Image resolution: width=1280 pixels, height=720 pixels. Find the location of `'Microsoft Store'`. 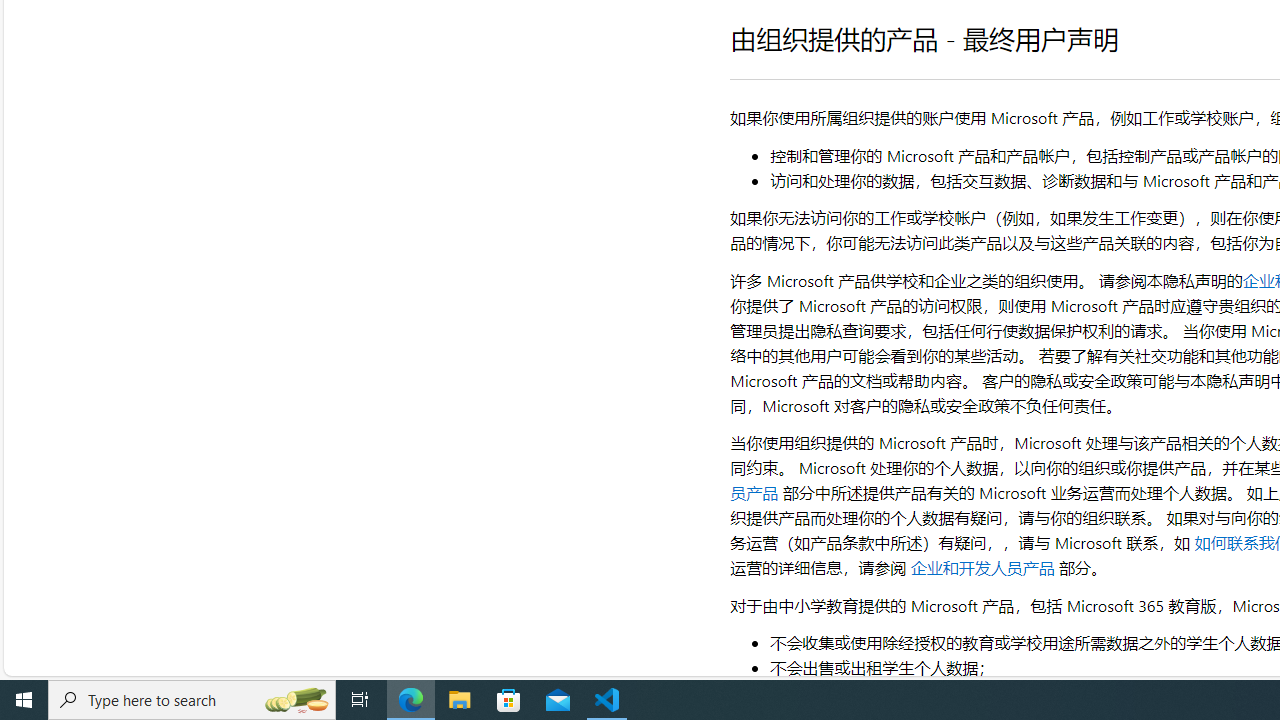

'Microsoft Store' is located at coordinates (509, 698).